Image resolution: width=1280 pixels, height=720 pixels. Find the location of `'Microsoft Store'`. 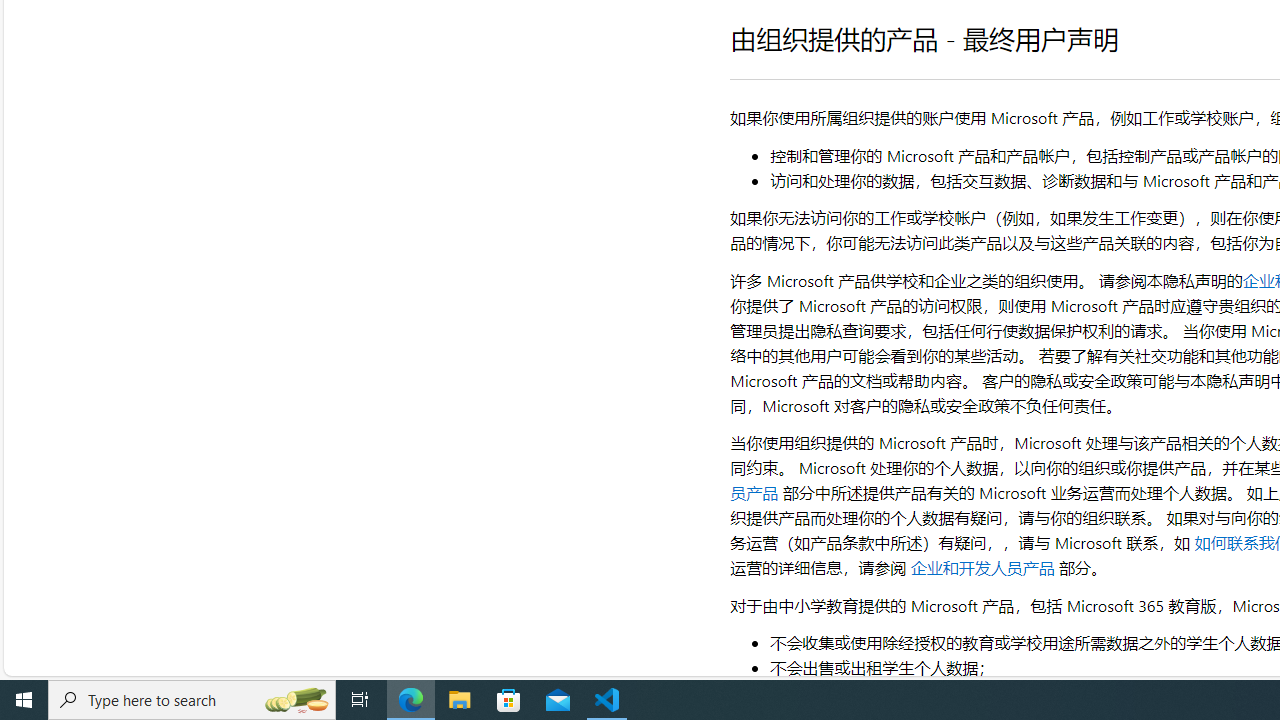

'Microsoft Store' is located at coordinates (509, 698).